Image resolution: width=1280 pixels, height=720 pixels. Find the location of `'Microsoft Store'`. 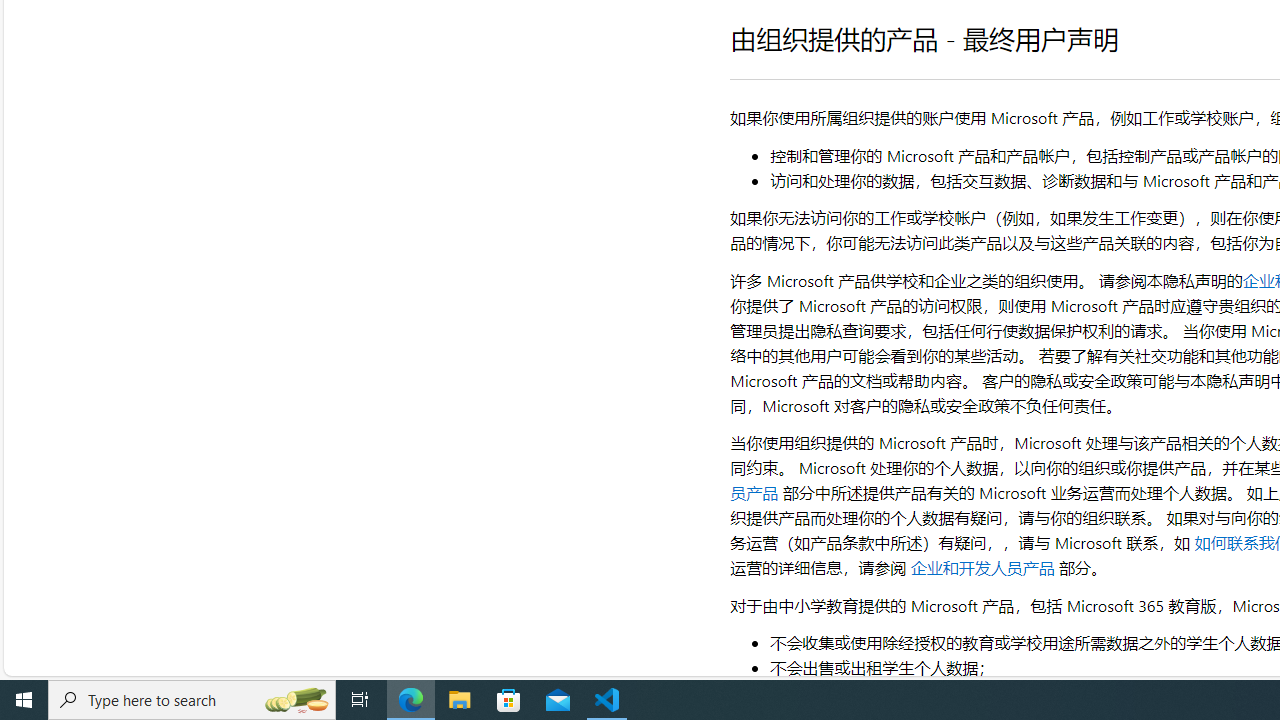

'Microsoft Store' is located at coordinates (509, 698).